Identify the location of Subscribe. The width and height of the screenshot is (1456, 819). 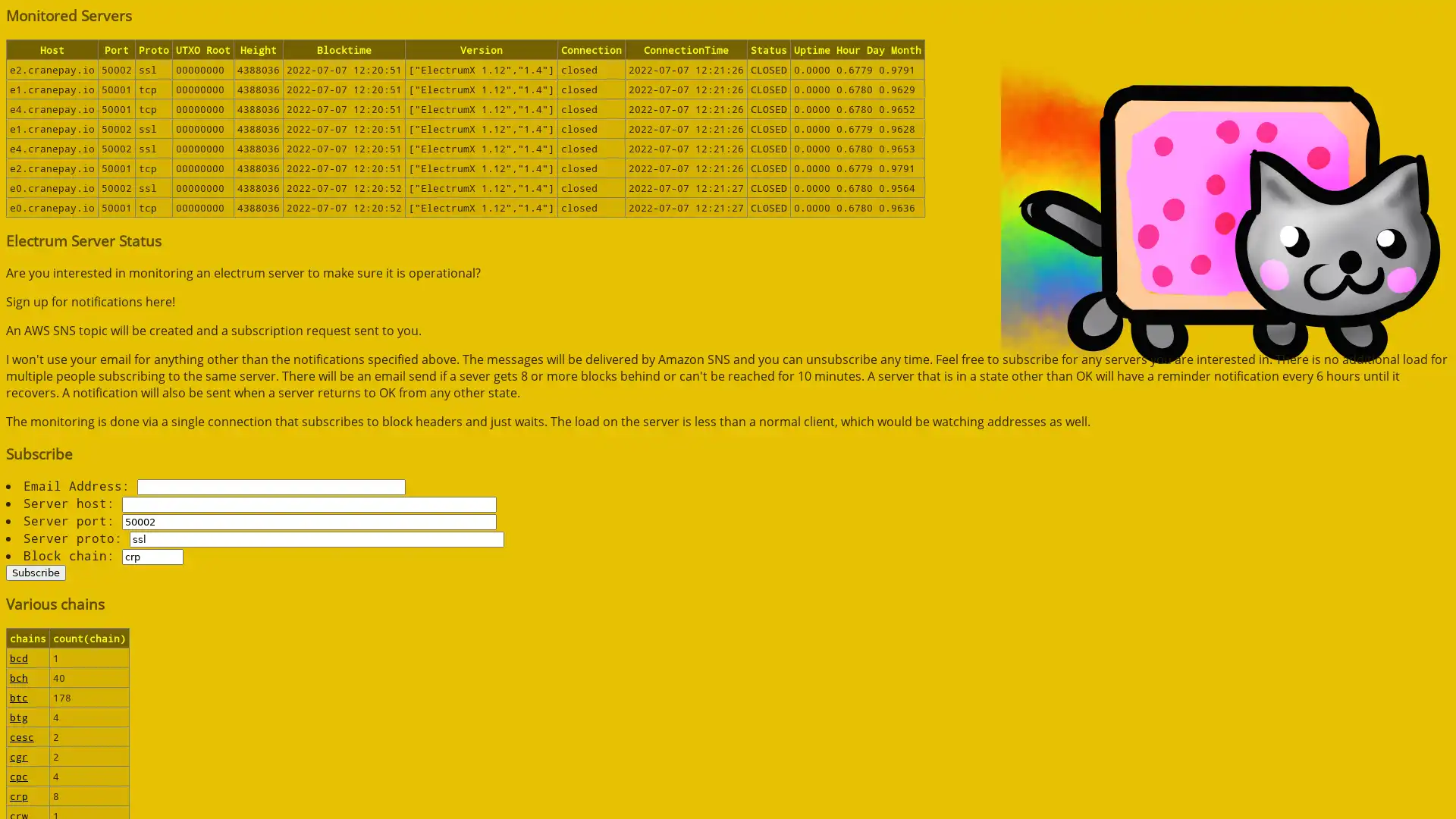
(36, 572).